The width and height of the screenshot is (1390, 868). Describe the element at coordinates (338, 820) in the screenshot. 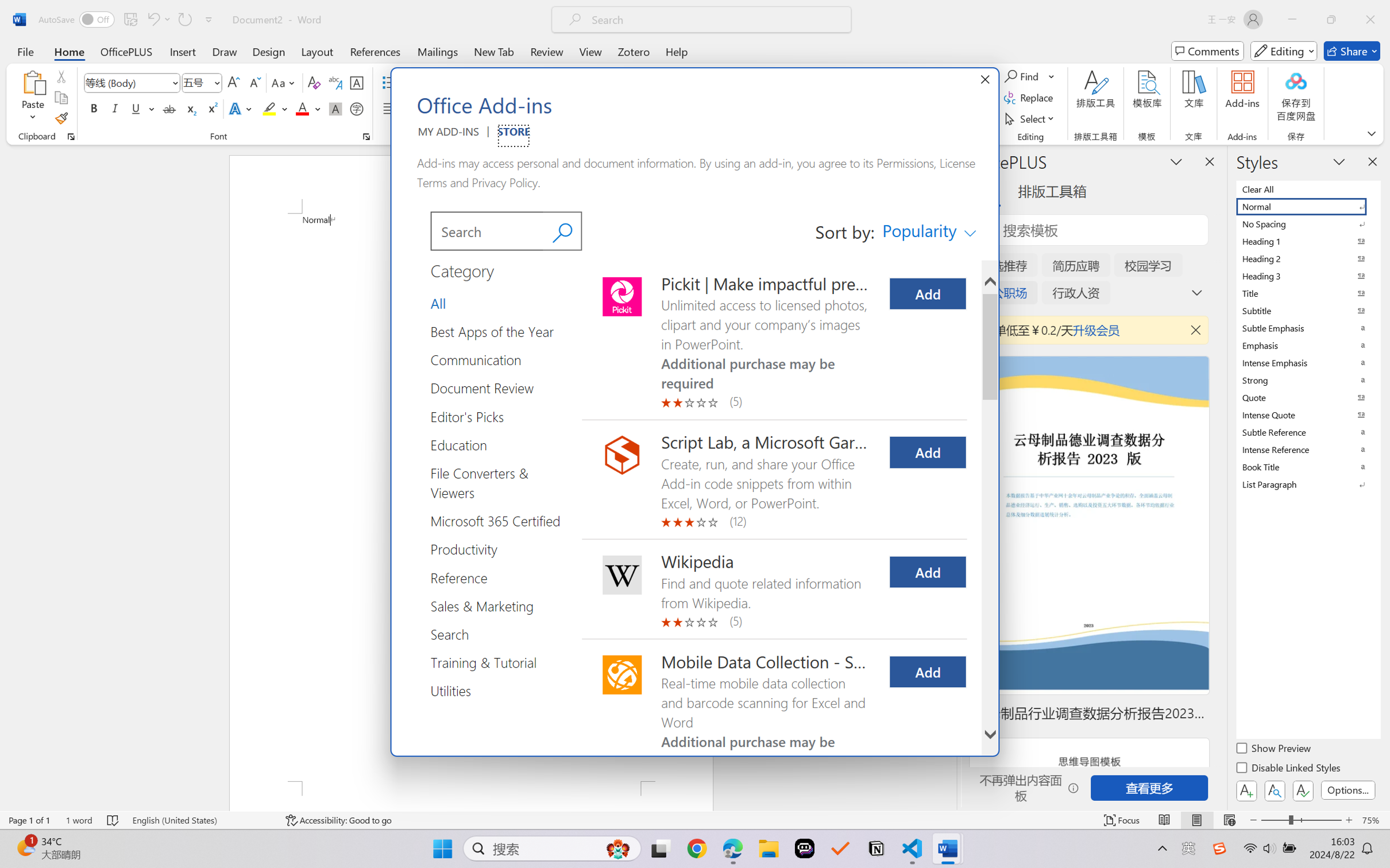

I see `'Accessibility Checker Accessibility: Good to go'` at that location.